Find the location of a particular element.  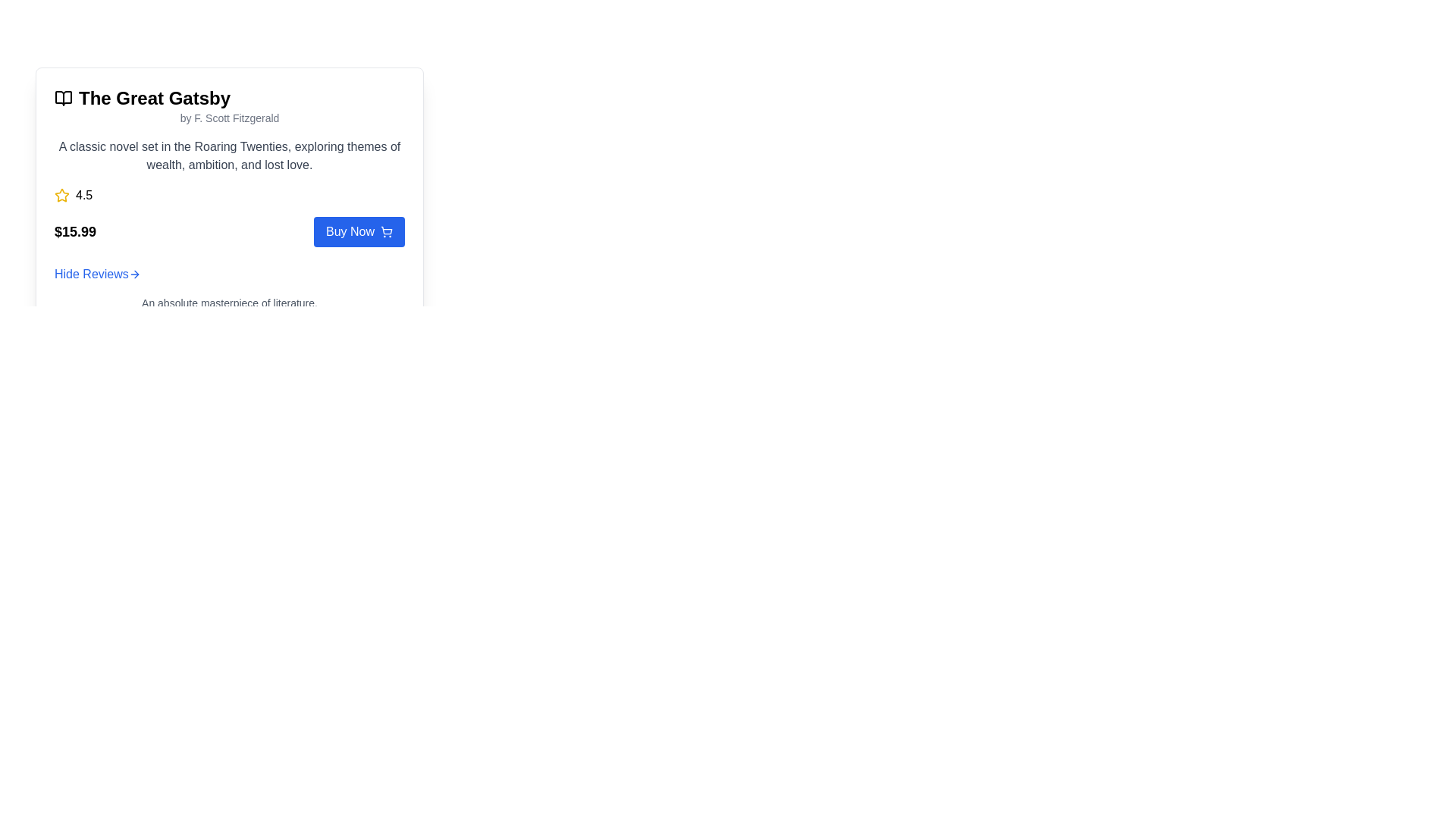

the shopping cart icon located on the 'Buy Now' button, positioned towards the right side of the button text, for accessibility is located at coordinates (386, 231).